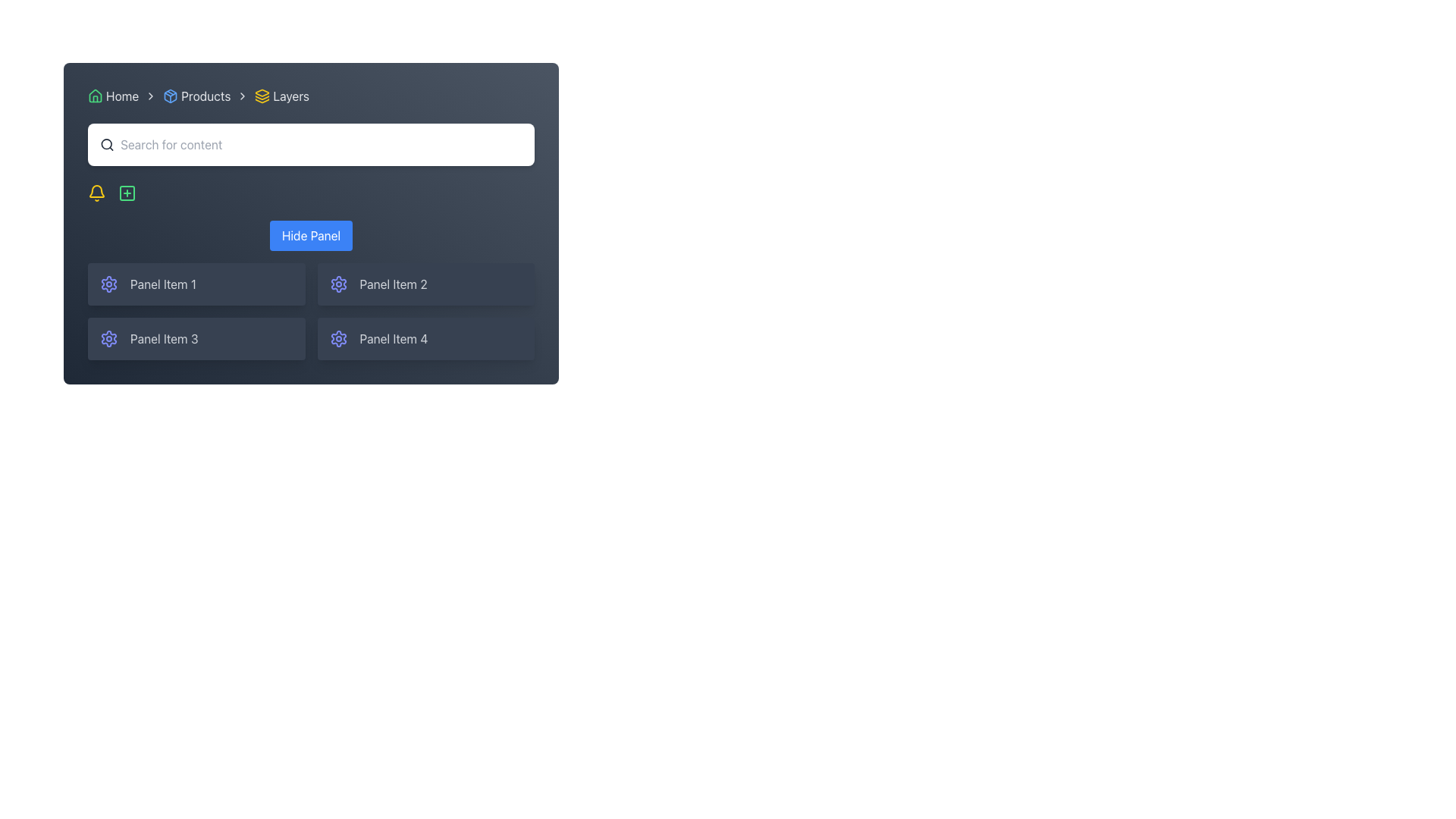 Image resolution: width=1456 pixels, height=819 pixels. What do you see at coordinates (96, 192) in the screenshot?
I see `the yellow bell icon located at the top left of the panel` at bounding box center [96, 192].